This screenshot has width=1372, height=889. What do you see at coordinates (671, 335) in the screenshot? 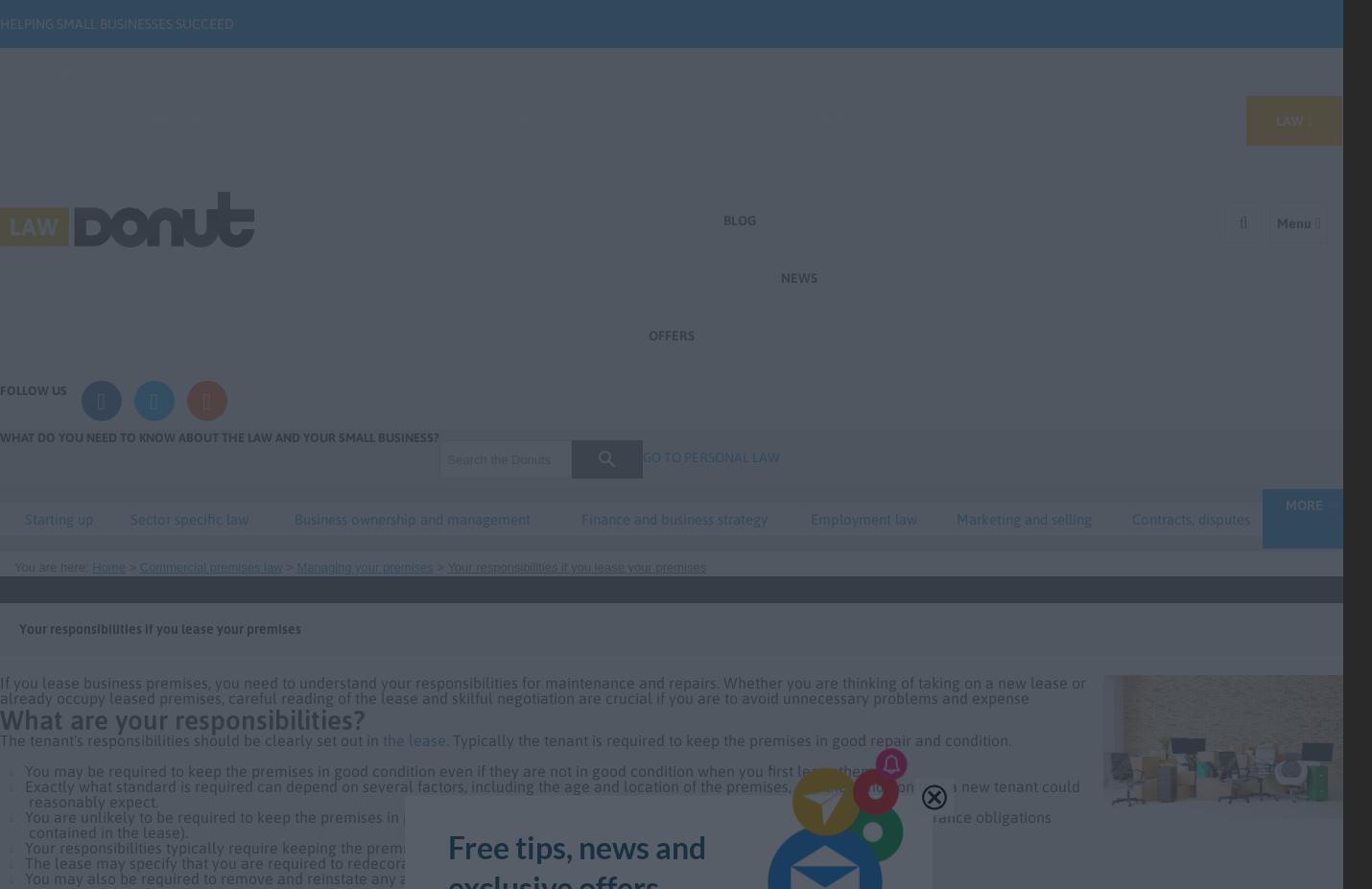
I see `'Offers'` at bounding box center [671, 335].